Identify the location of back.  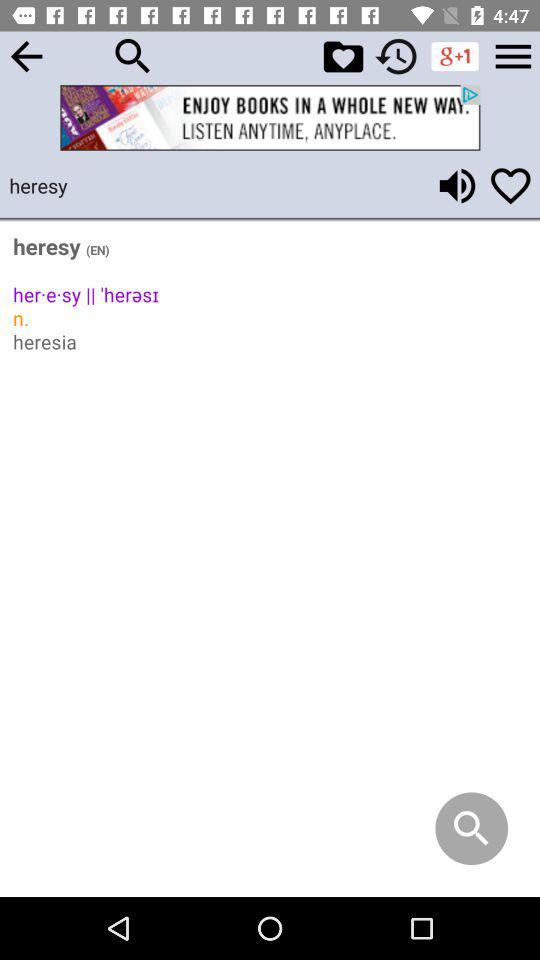
(25, 55).